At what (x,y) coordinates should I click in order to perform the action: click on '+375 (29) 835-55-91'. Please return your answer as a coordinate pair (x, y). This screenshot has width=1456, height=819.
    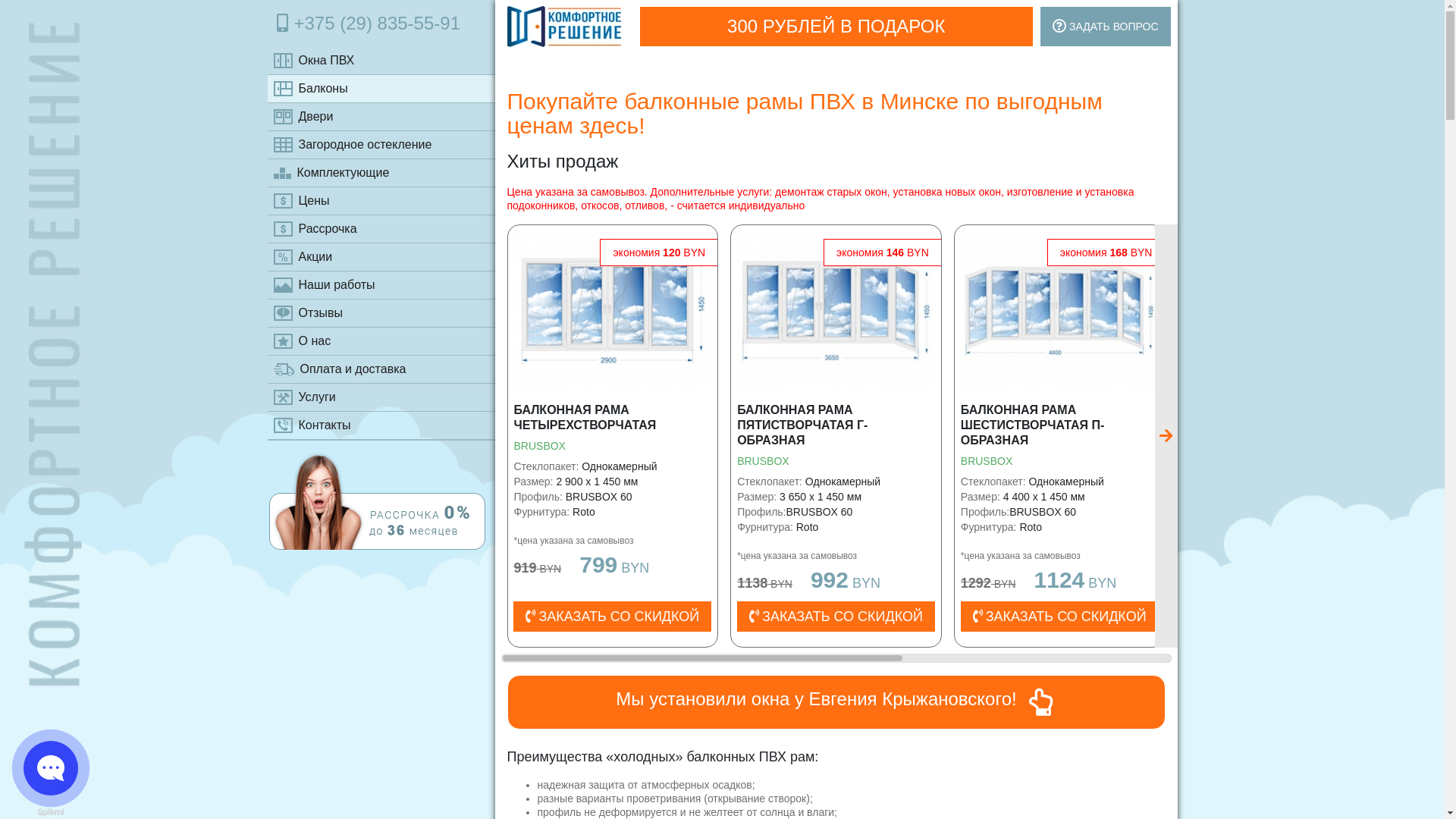
    Looking at the image, I should click on (381, 23).